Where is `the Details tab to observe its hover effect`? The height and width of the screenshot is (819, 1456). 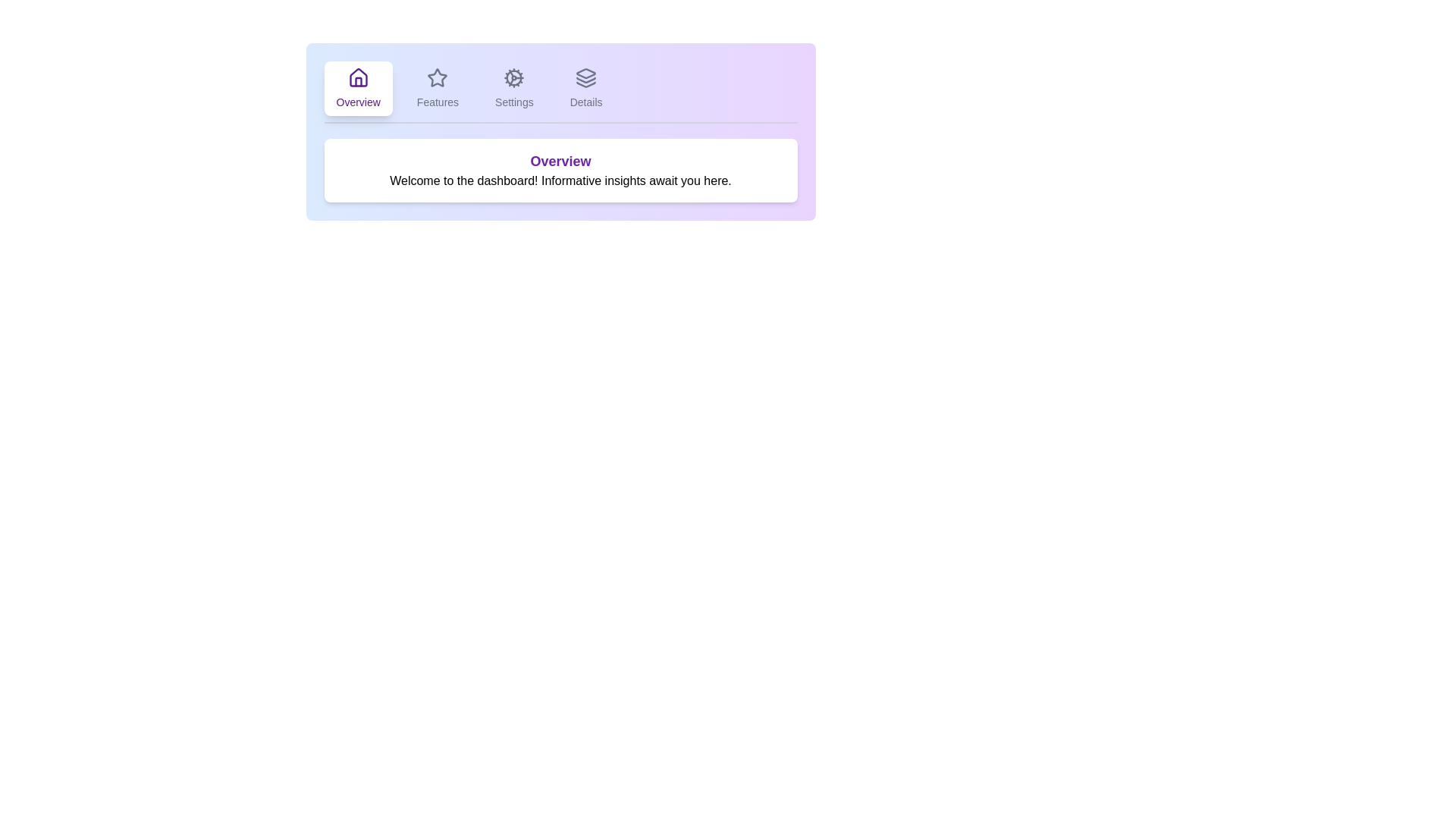 the Details tab to observe its hover effect is located at coordinates (585, 88).